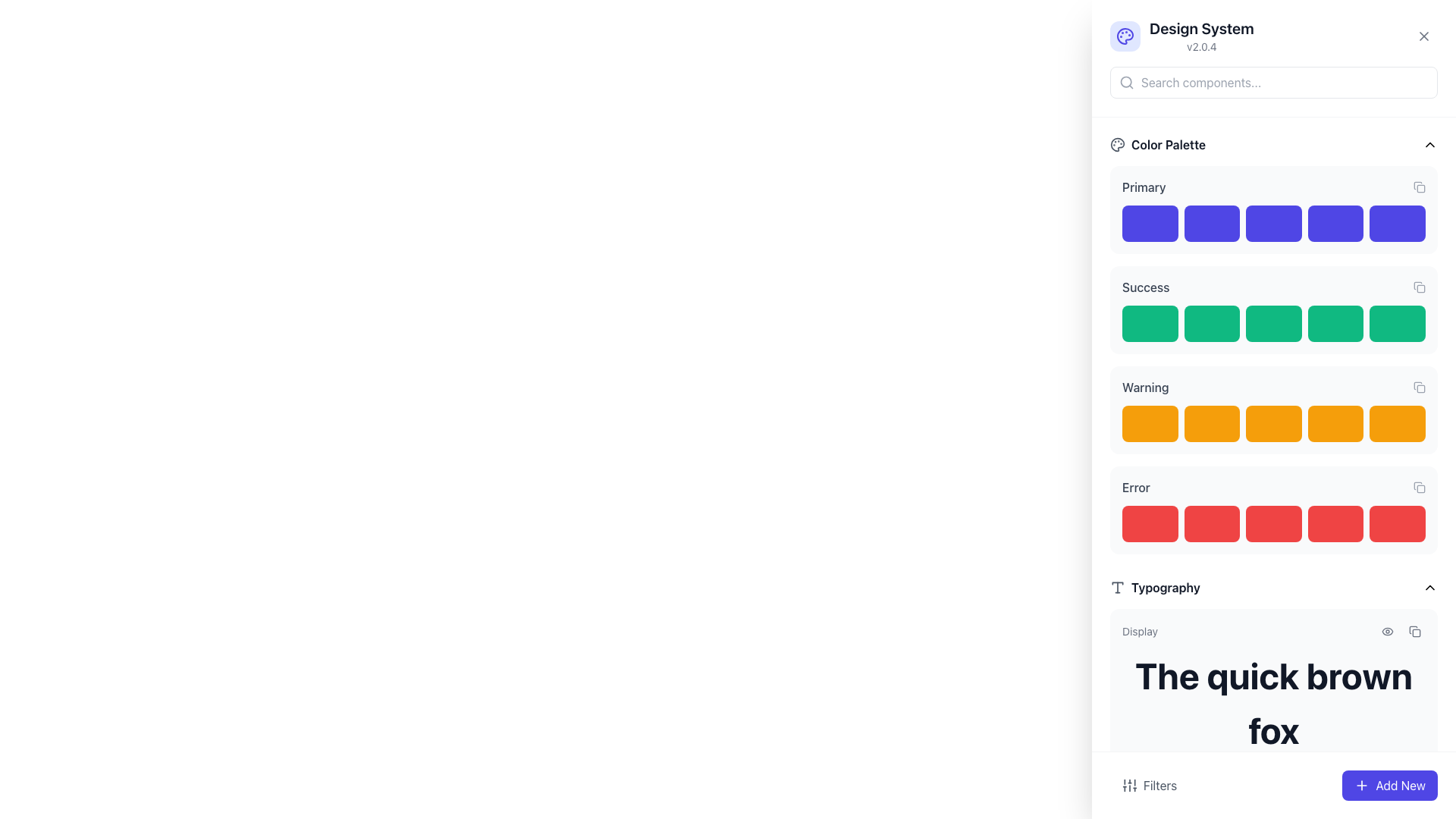  What do you see at coordinates (1414, 632) in the screenshot?
I see `the 'Copy' icon button located in the 'Typography' section` at bounding box center [1414, 632].